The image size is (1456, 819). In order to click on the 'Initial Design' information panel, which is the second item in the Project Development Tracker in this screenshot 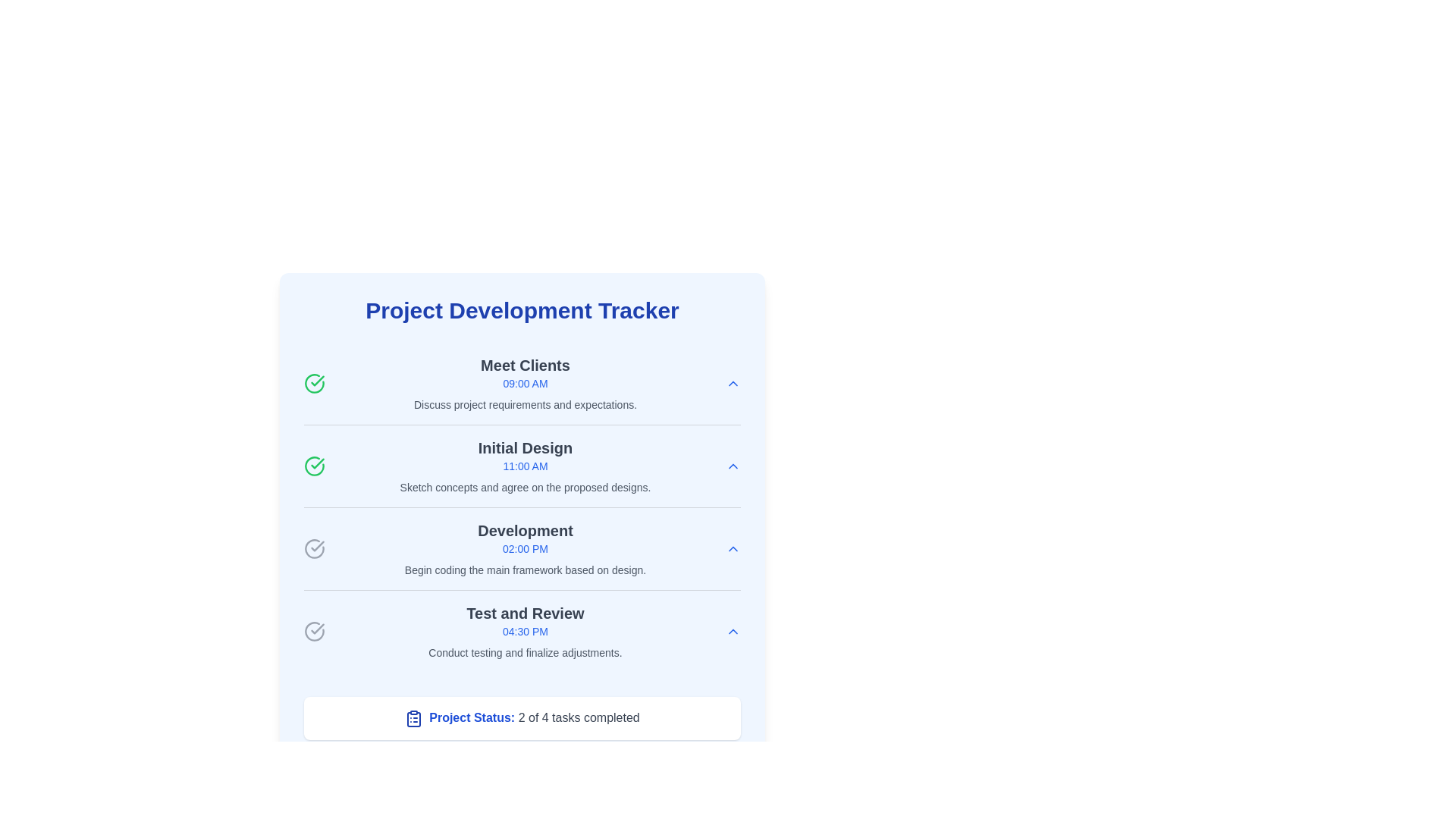, I will do `click(525, 465)`.